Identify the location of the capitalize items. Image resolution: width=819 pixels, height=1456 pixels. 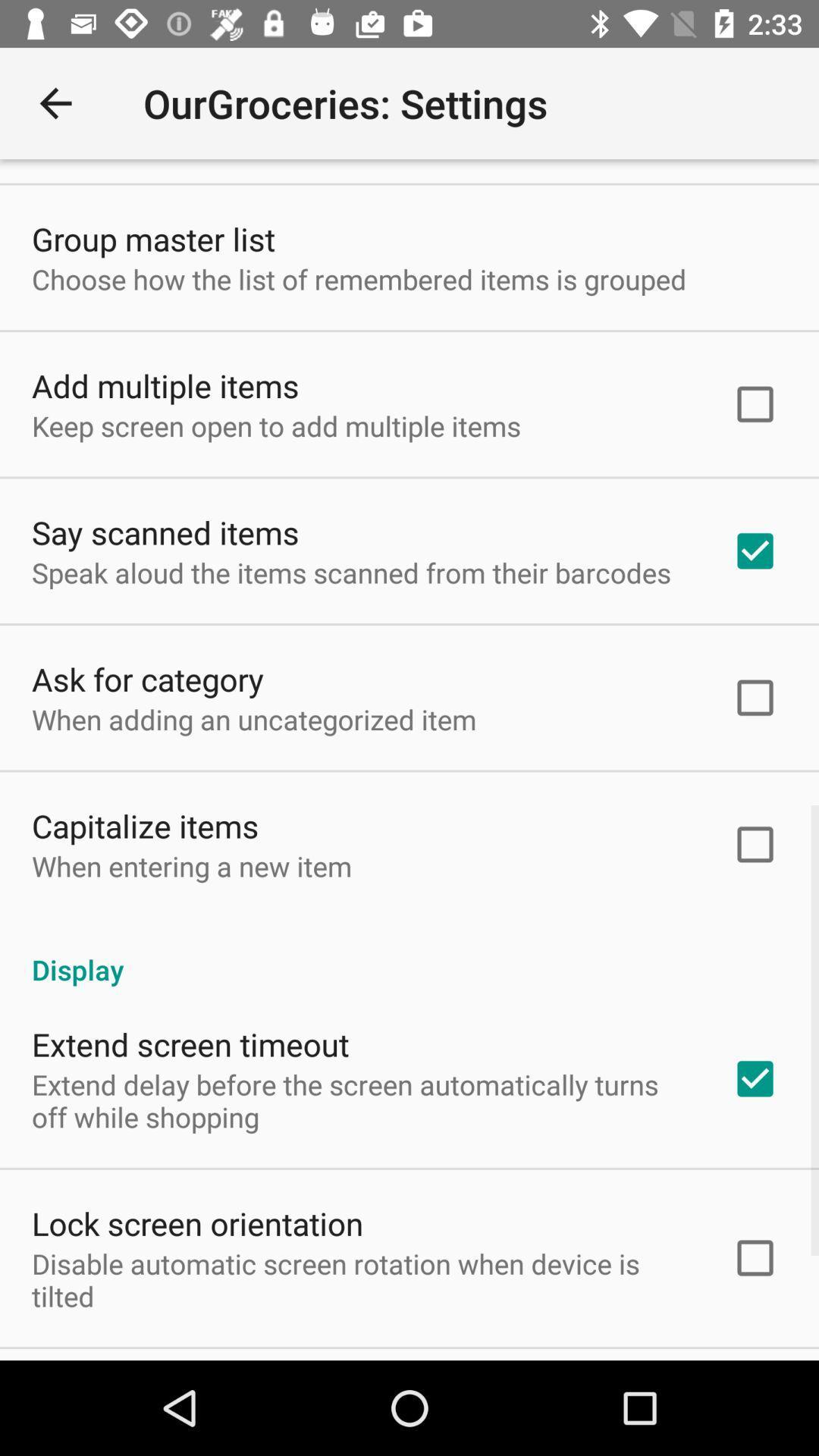
(145, 825).